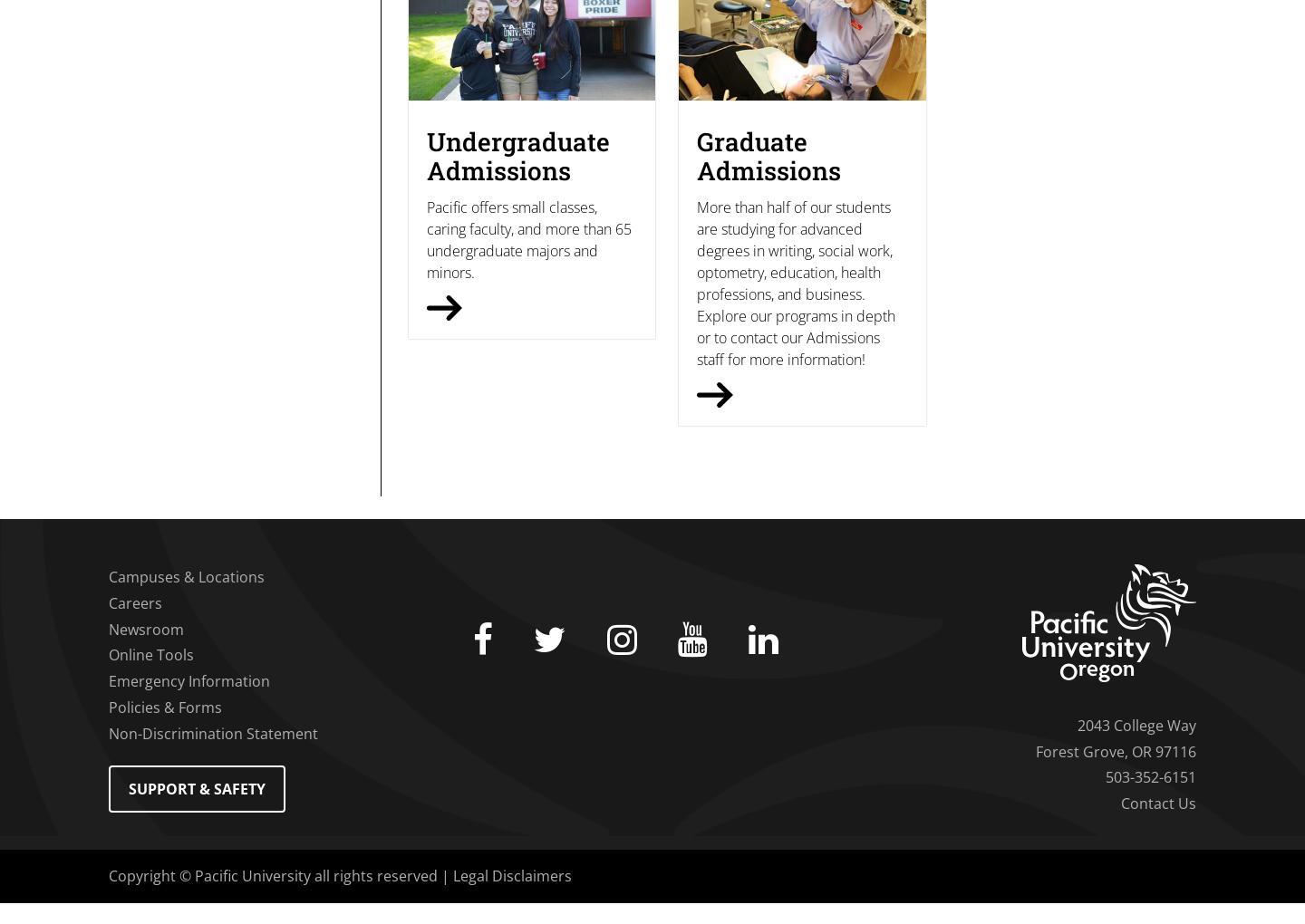 Image resolution: width=1305 pixels, height=924 pixels. What do you see at coordinates (768, 155) in the screenshot?
I see `'Graduate Admissions'` at bounding box center [768, 155].